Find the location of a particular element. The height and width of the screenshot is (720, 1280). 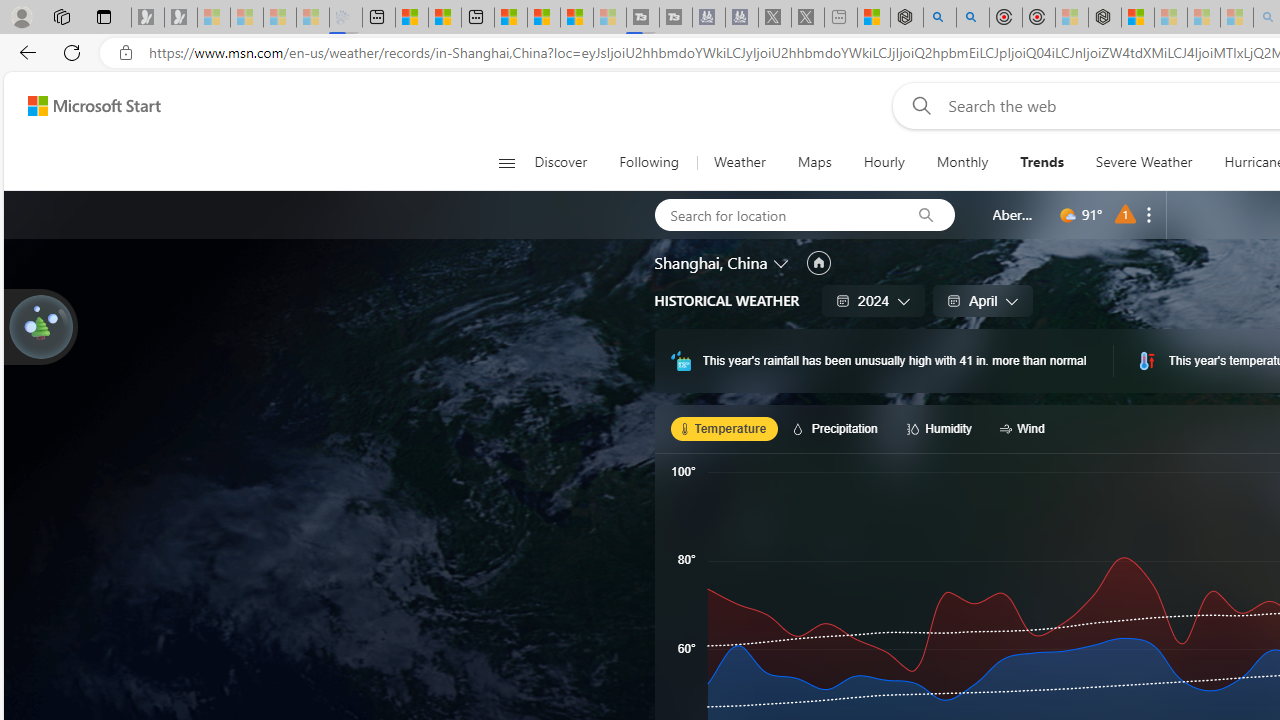

'Temperature' is located at coordinates (723, 427).